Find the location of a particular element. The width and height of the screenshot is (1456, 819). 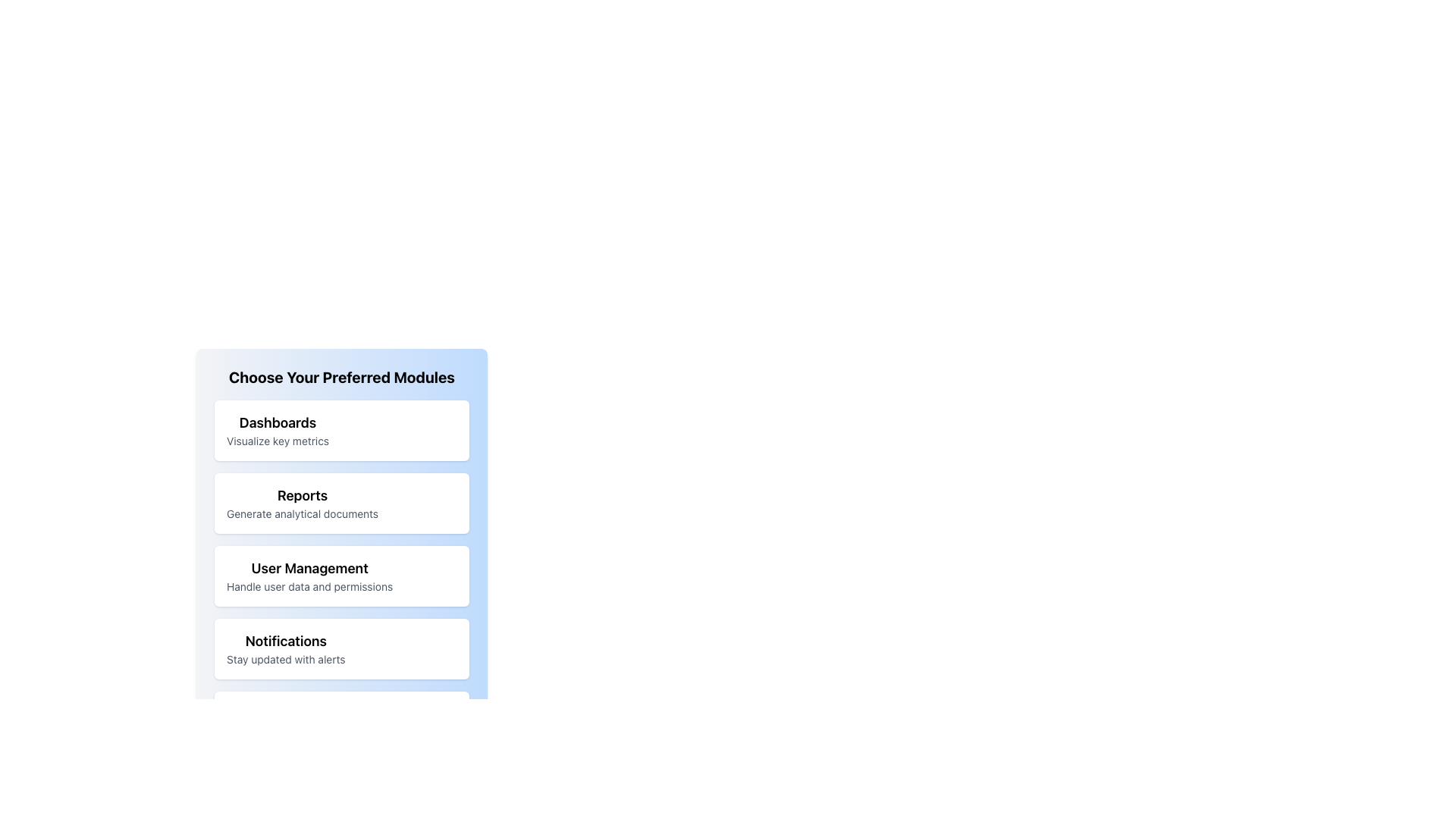

the selectable menu item for user management, which is the third item in the menu, located between 'Reports' and 'Notifications' is located at coordinates (341, 576).